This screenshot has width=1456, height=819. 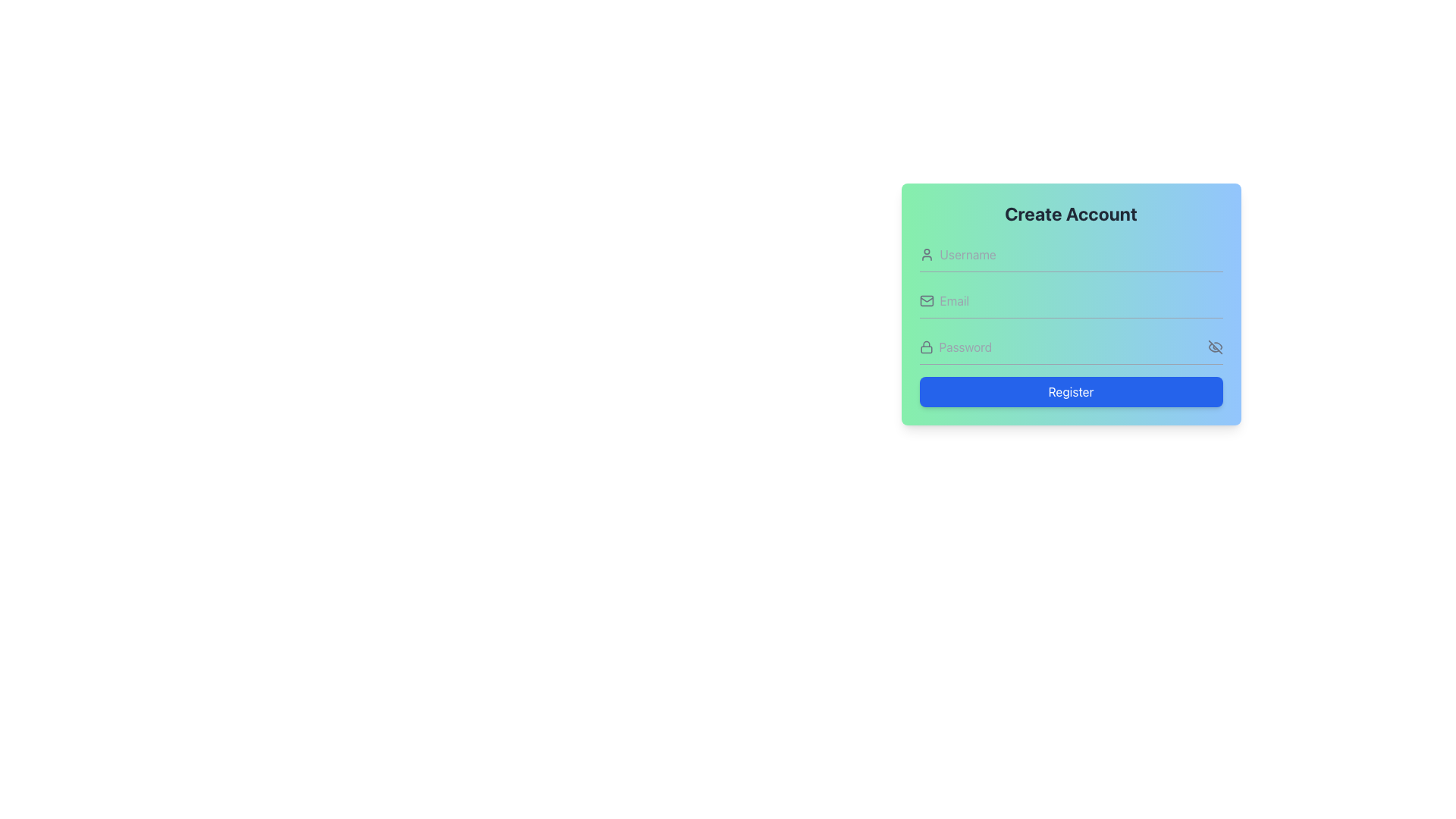 What do you see at coordinates (926, 301) in the screenshot?
I see `the rectangular vector graphic resembling an envelope, which is located in the upper left part of the email icon` at bounding box center [926, 301].